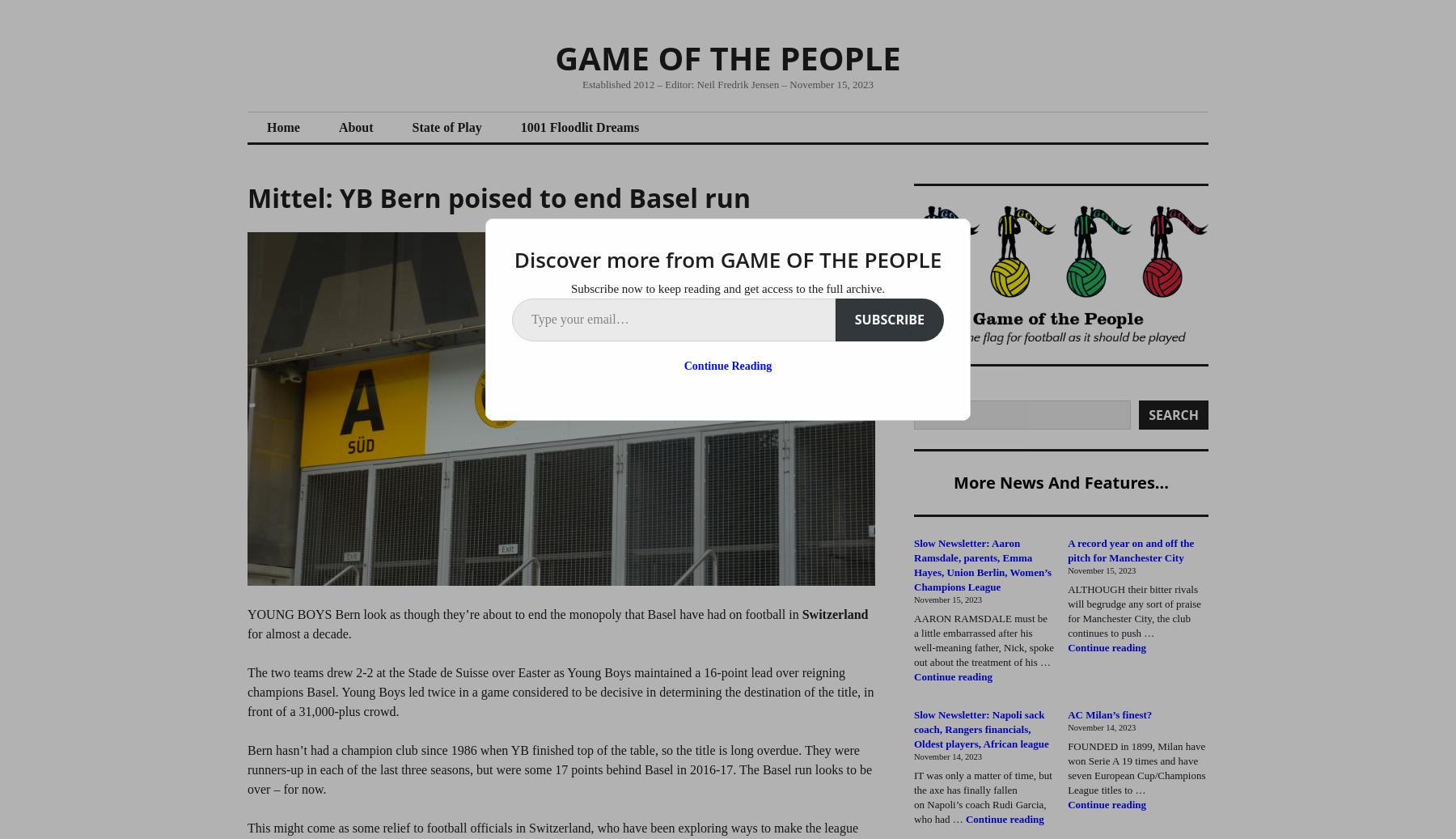 The height and width of the screenshot is (839, 1456). What do you see at coordinates (560, 692) in the screenshot?
I see `'The two teams drew 2-2 at the Stade de Suisse over Easter as Young Boys maintained a 16-point lead over reigning champions Basel. Young Boys led twice in a game considered to be decisive in determining the destination of the title, in front of a 31,000-plus crowd.'` at bounding box center [560, 692].